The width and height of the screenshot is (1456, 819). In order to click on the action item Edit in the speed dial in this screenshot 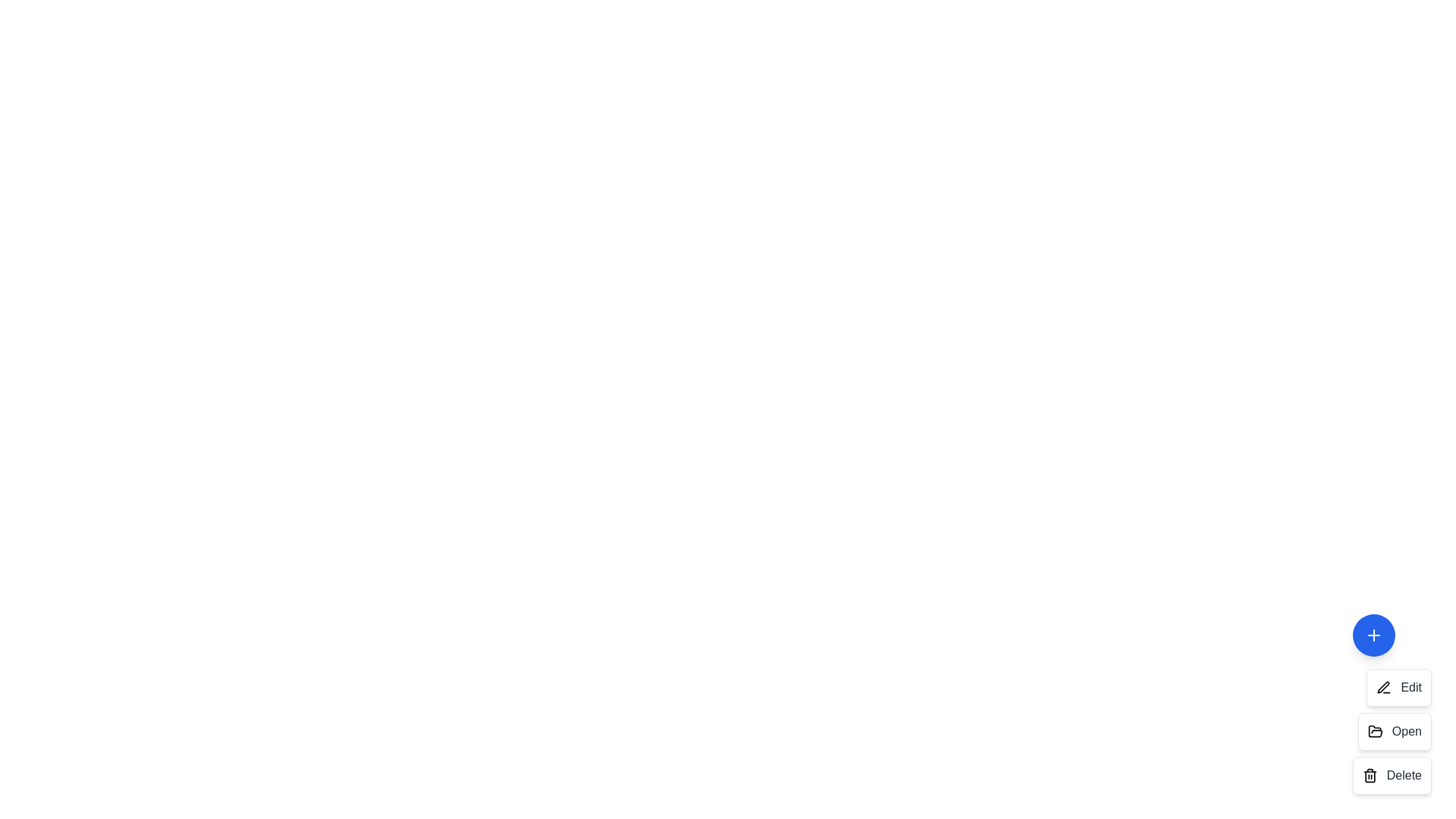, I will do `click(1398, 687)`.